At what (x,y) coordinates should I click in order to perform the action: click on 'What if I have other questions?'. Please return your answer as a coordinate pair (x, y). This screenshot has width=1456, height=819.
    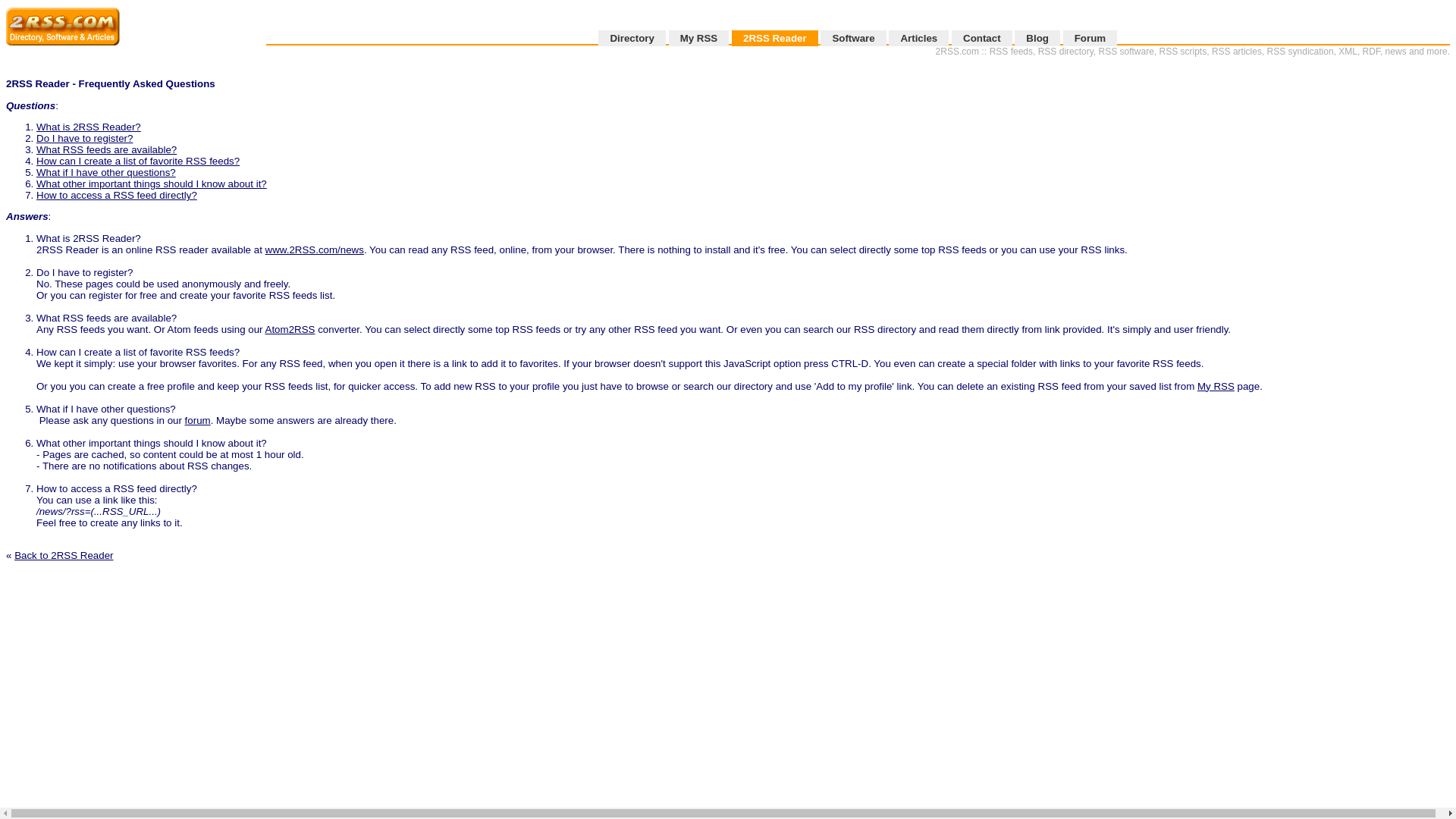
    Looking at the image, I should click on (105, 171).